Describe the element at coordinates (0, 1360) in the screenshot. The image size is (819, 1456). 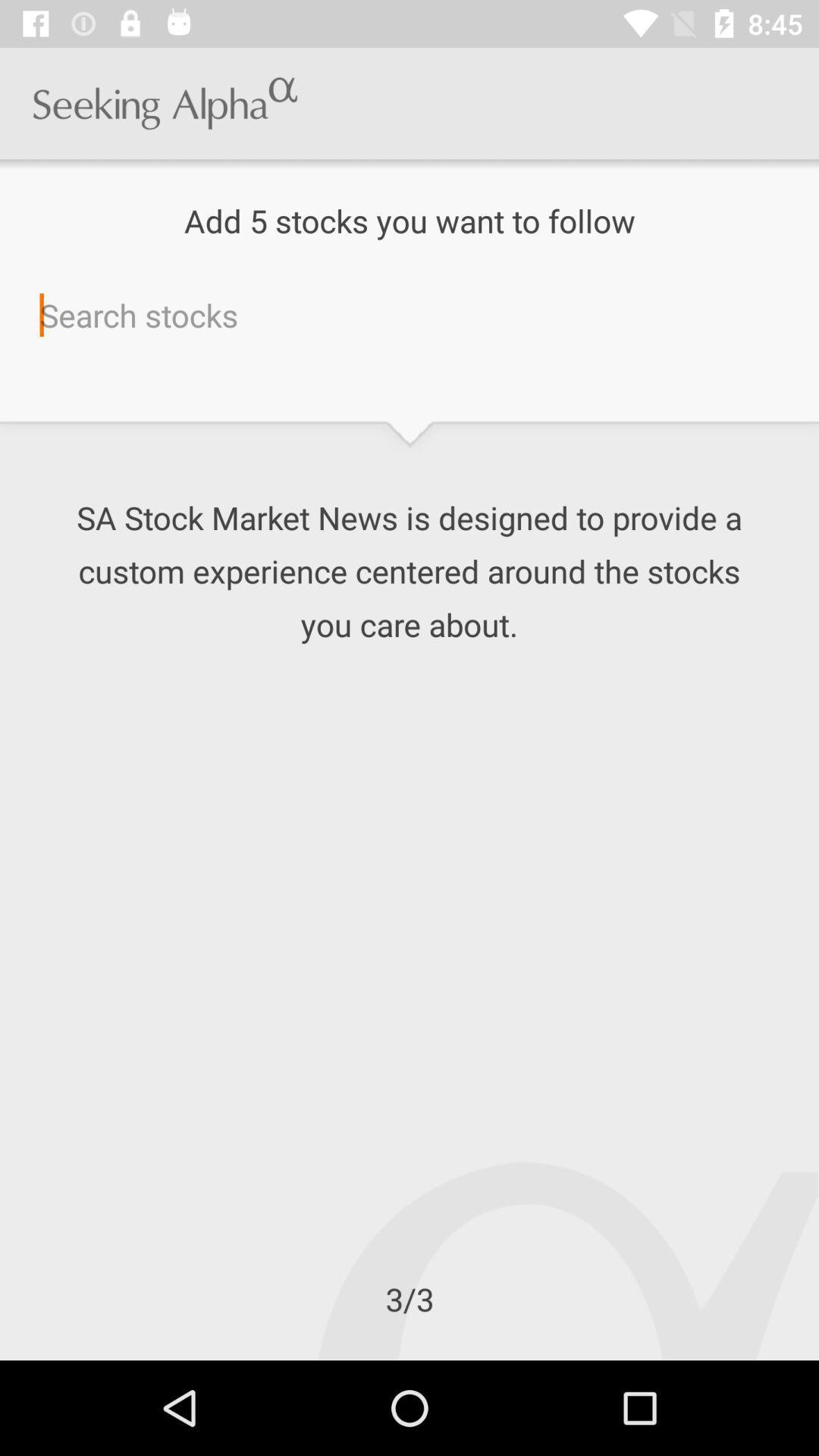
I see `the icon below the 3/3 icon` at that location.